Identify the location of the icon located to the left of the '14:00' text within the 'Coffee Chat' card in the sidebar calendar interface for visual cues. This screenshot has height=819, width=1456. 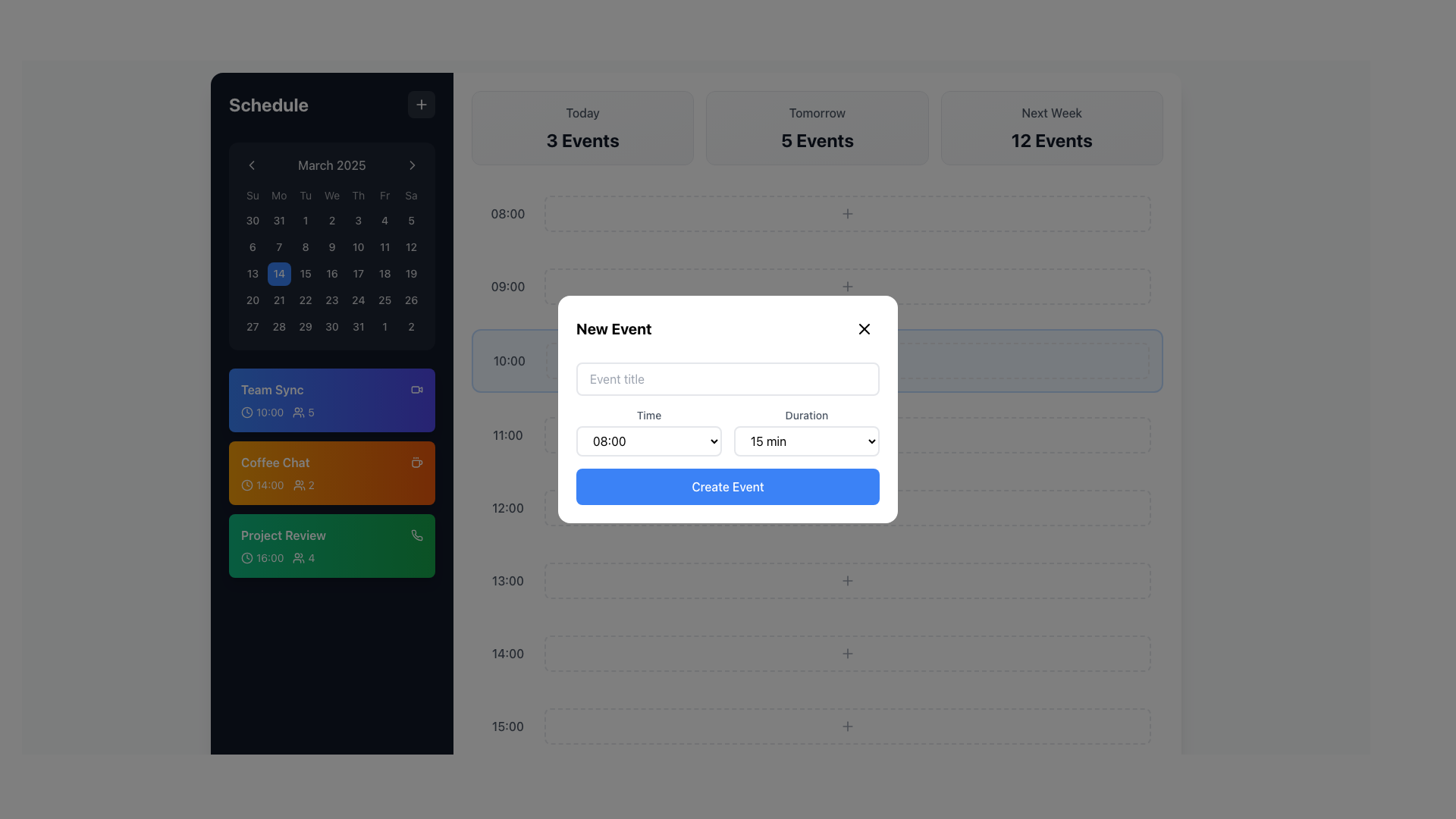
(247, 485).